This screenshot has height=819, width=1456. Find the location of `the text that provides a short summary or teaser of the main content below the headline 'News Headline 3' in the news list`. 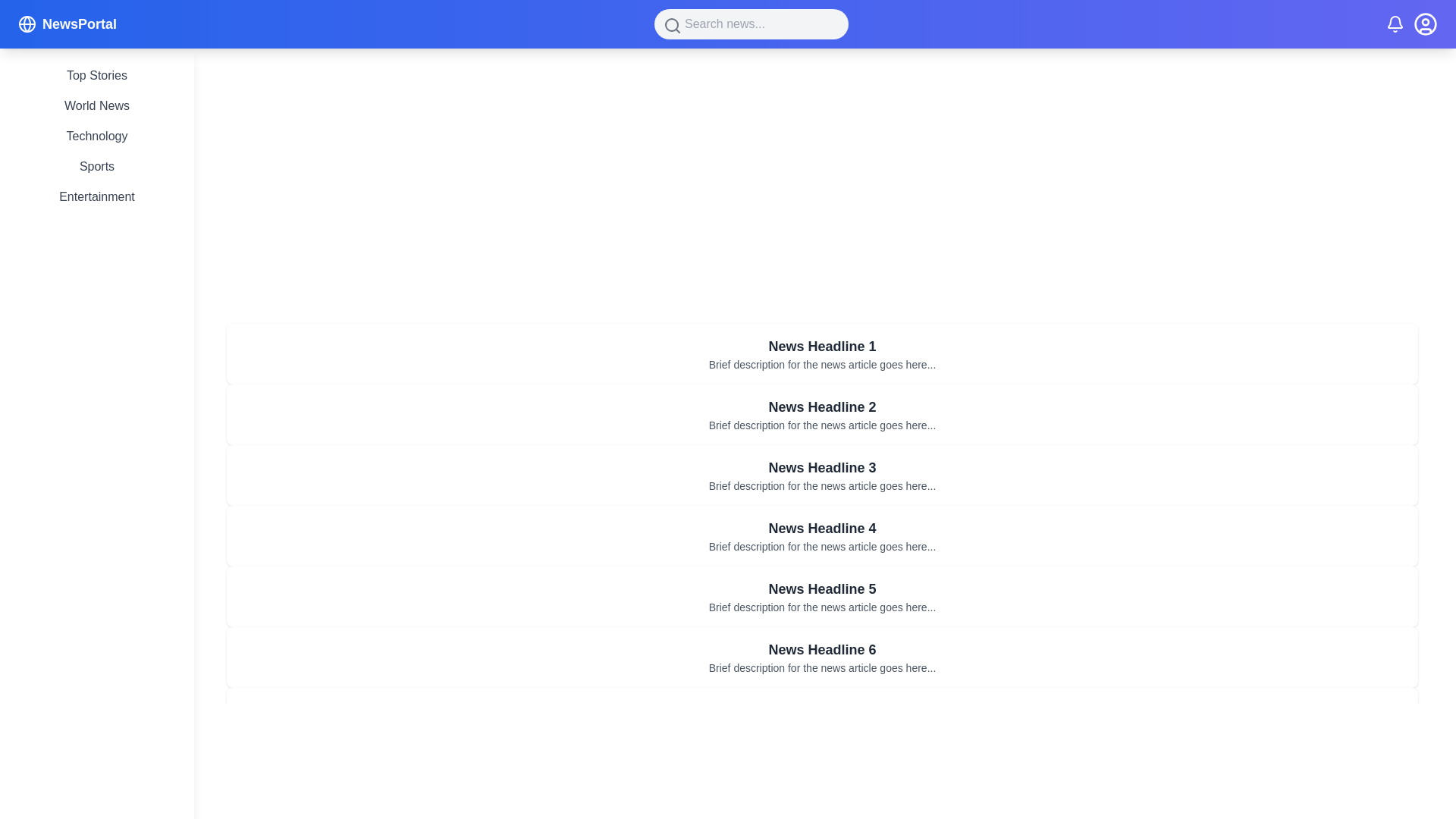

the text that provides a short summary or teaser of the main content below the headline 'News Headline 3' in the news list is located at coordinates (821, 485).